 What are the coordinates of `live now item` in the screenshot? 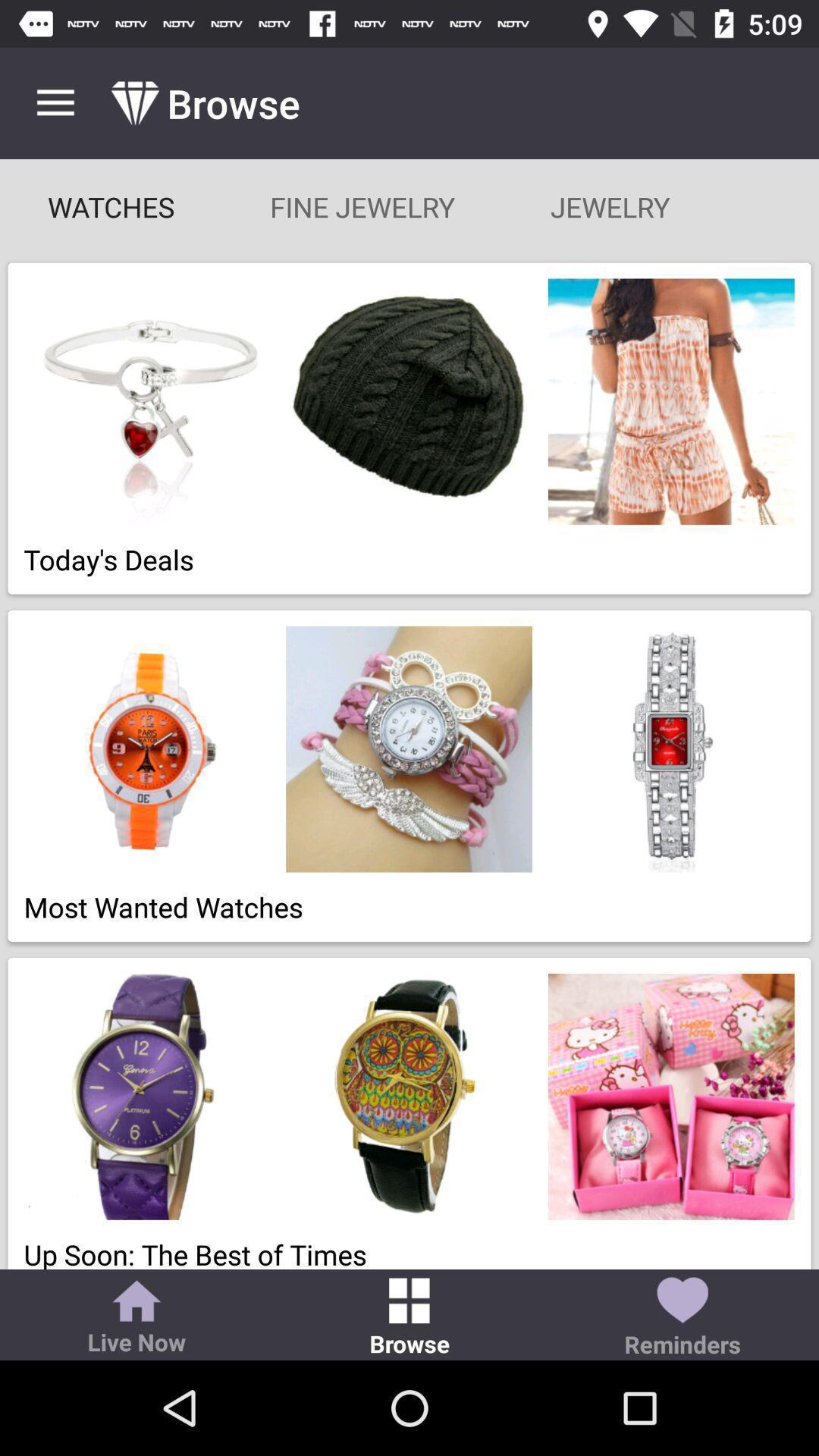 It's located at (136, 1318).